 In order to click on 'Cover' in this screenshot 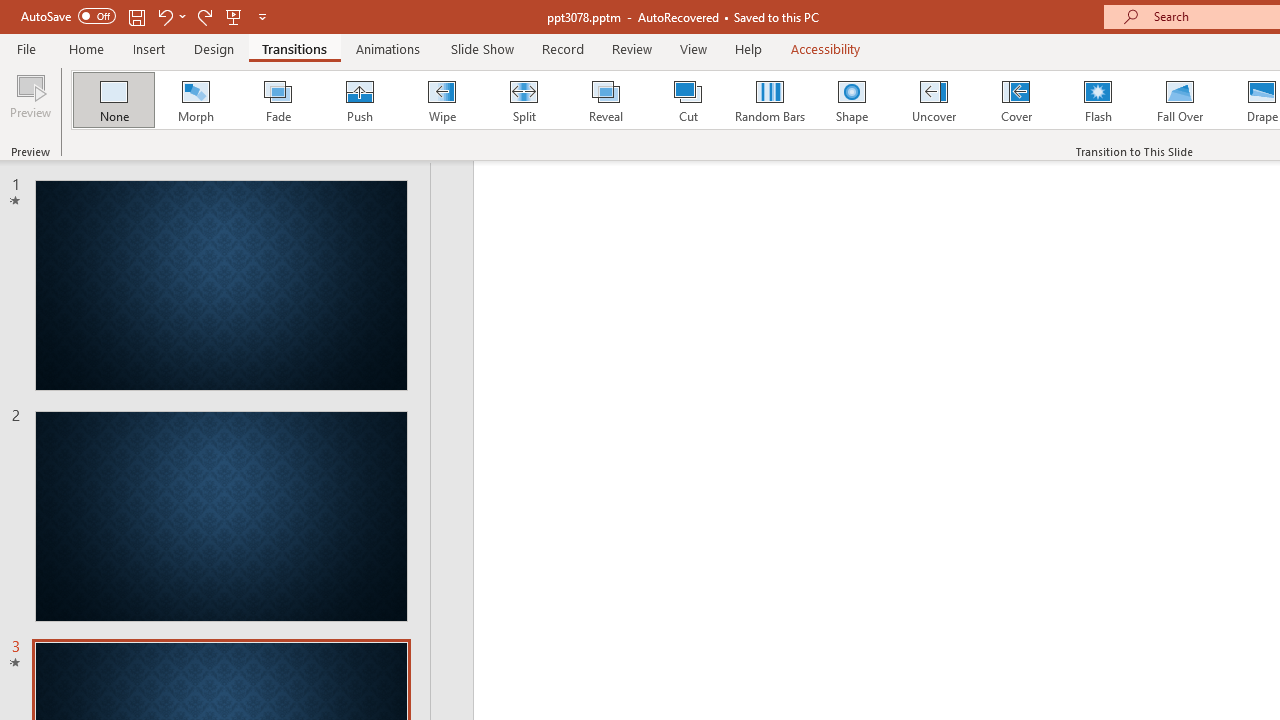, I will do `click(1016, 100)`.